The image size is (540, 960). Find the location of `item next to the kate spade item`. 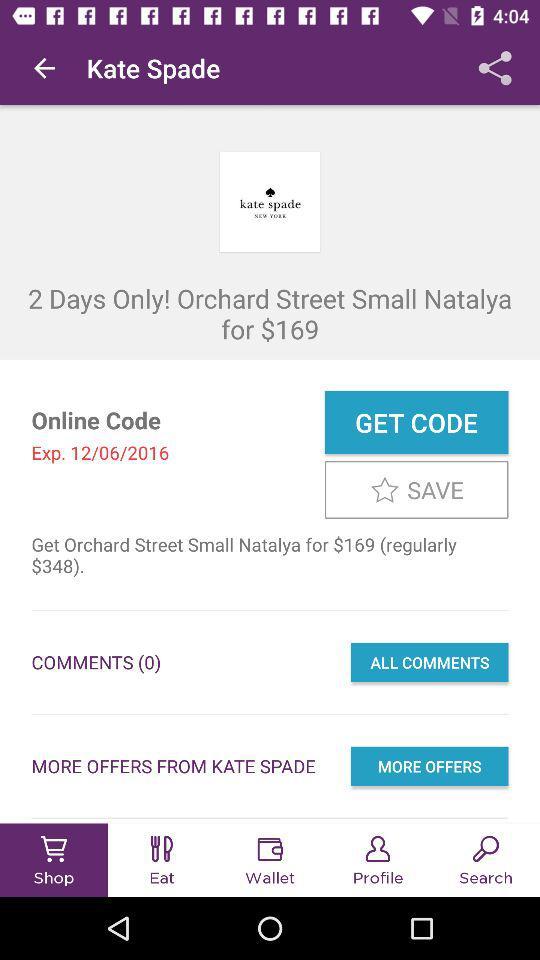

item next to the kate spade item is located at coordinates (44, 68).